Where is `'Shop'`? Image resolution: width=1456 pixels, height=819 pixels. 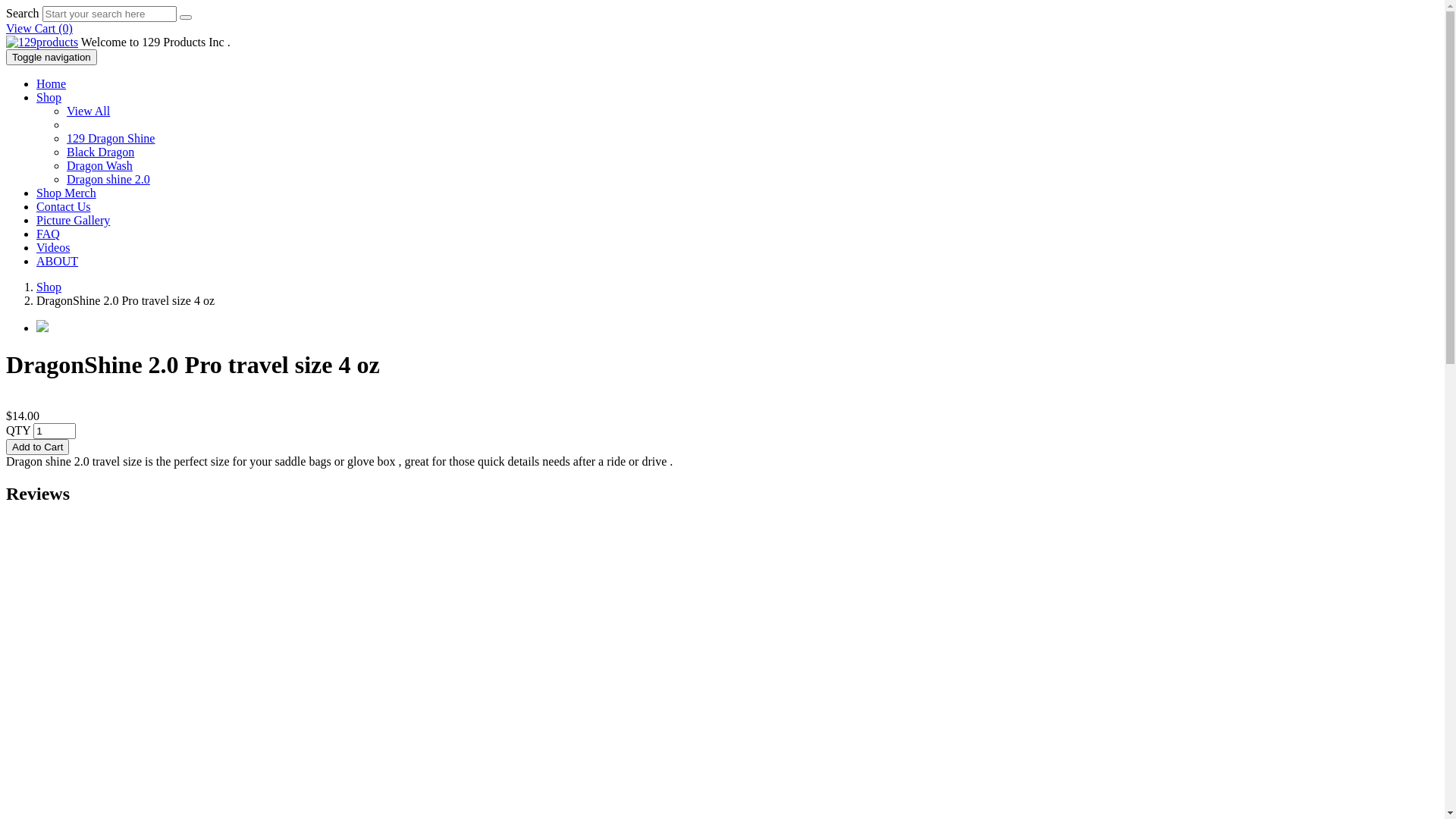 'Shop' is located at coordinates (49, 287).